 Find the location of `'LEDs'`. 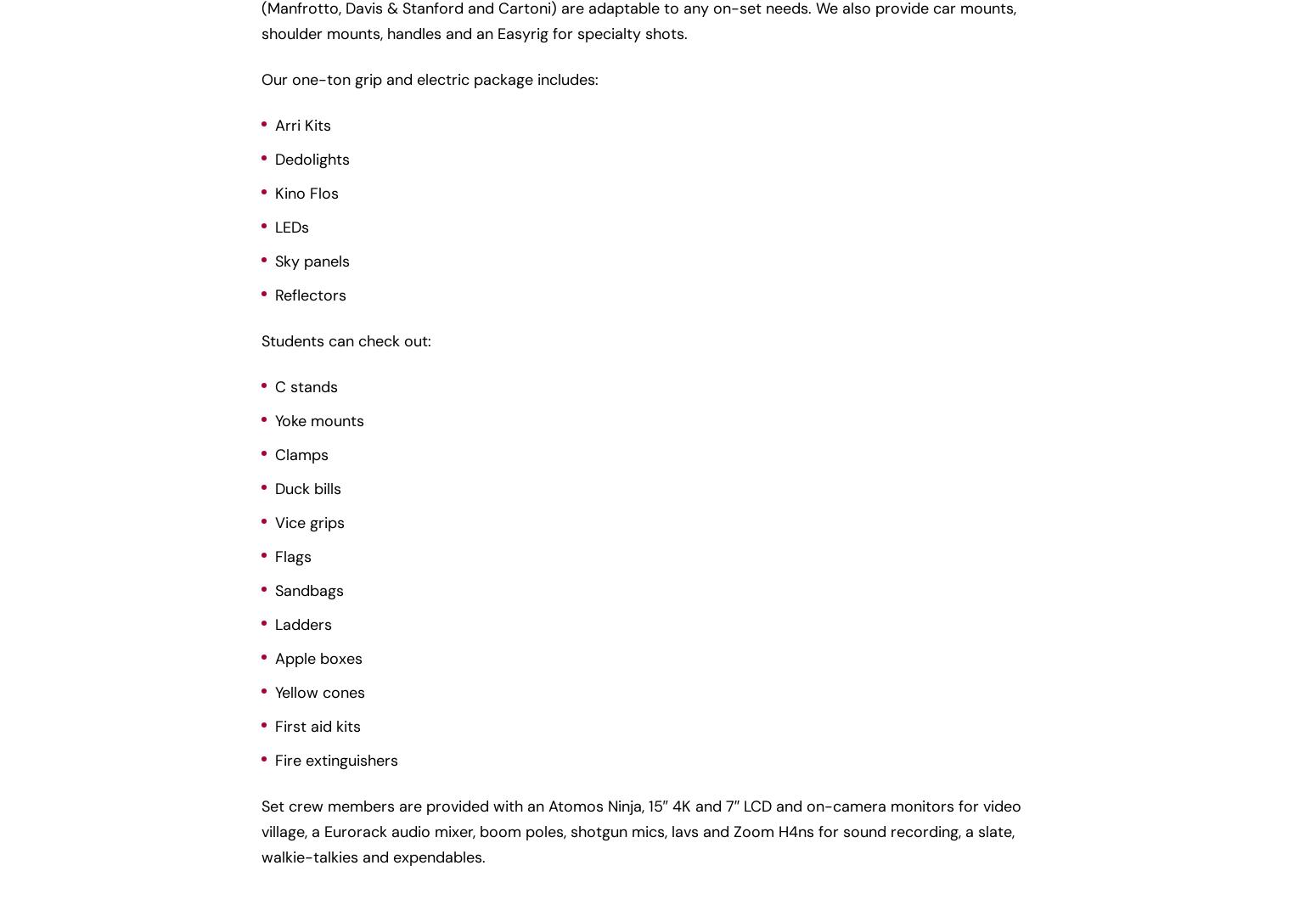

'LEDs' is located at coordinates (290, 227).